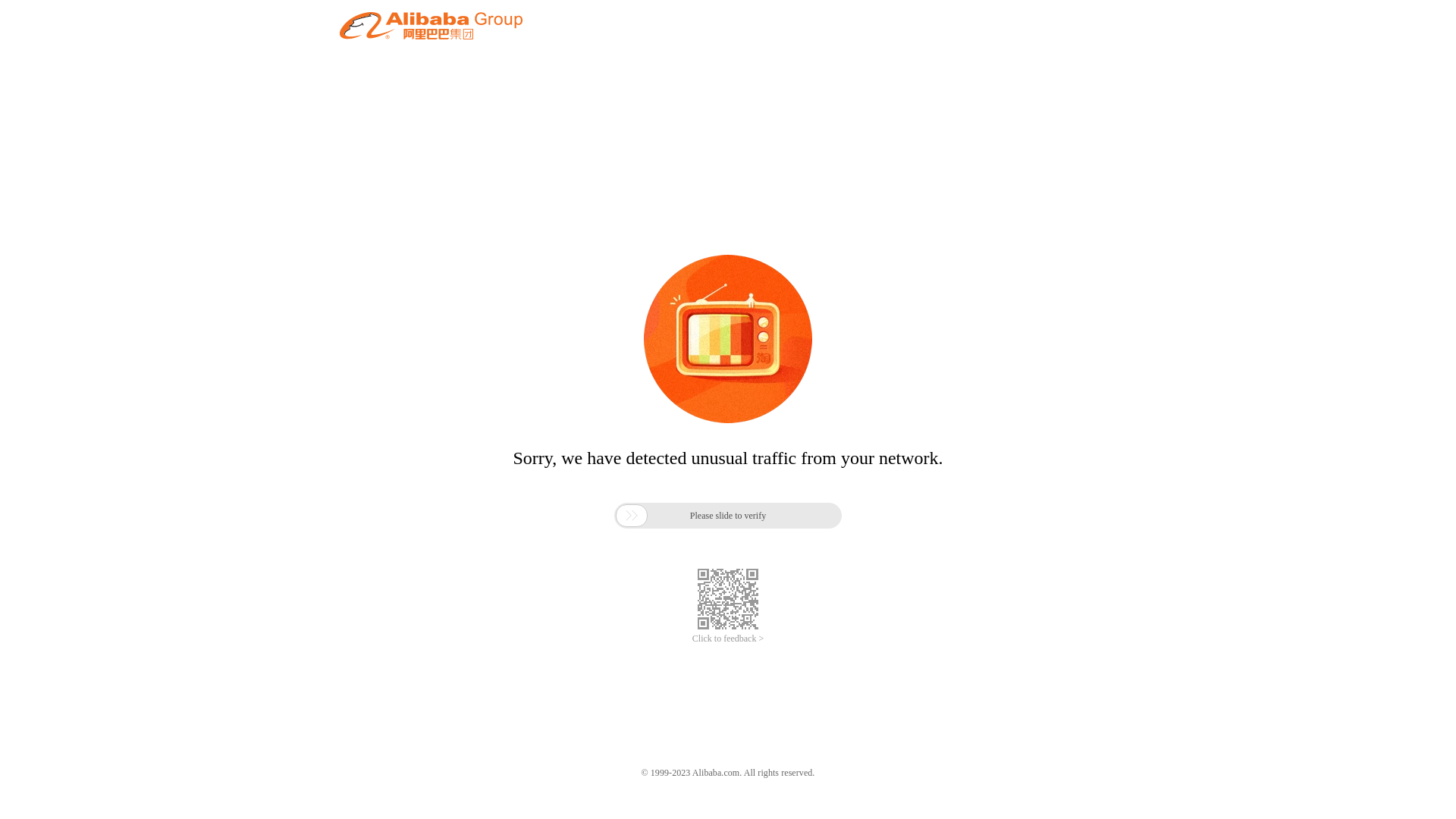 This screenshot has height=819, width=1456. What do you see at coordinates (728, 639) in the screenshot?
I see `'Click to feedback >'` at bounding box center [728, 639].